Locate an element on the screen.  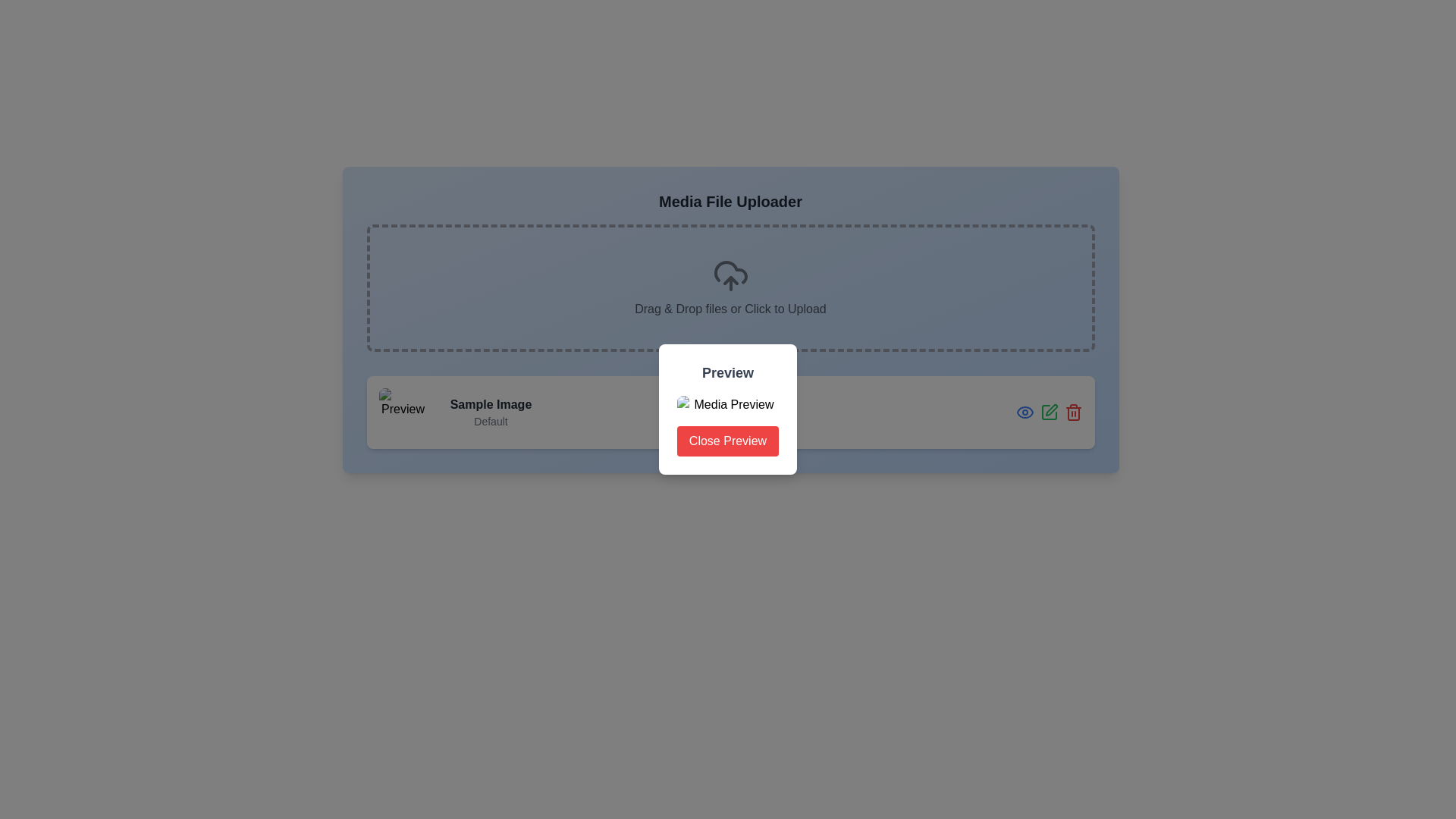
files and drop them into the Drop zone with a dashed border and cloud upload icon, which is centrally positioned below the title 'Media File Uploader' is located at coordinates (730, 288).